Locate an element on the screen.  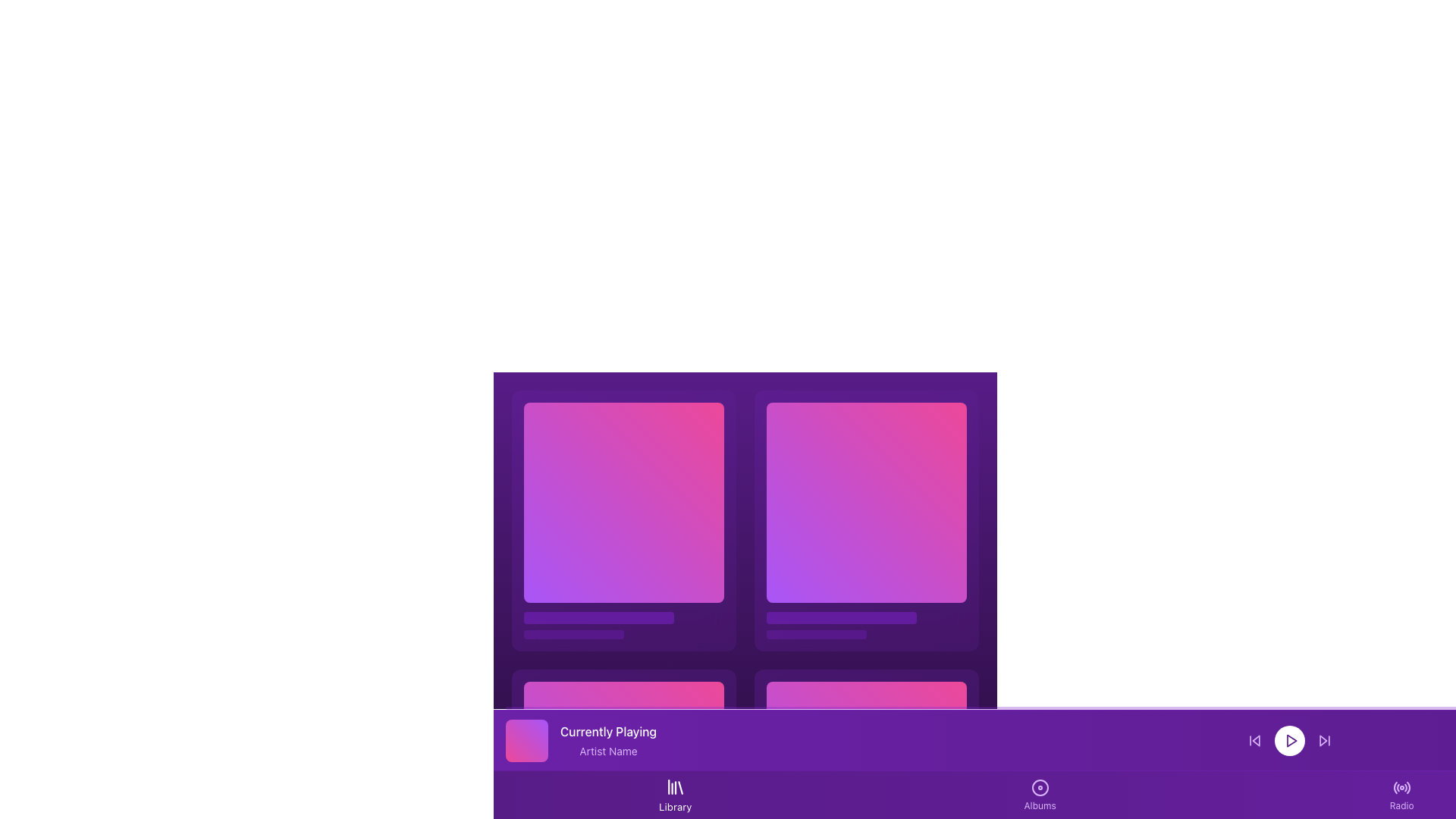
the circular icon with a purple ring and a purple-filled center, associated with the 'Albums' label, located above the 'Albums' text on the bottom navigation bar is located at coordinates (1039, 786).